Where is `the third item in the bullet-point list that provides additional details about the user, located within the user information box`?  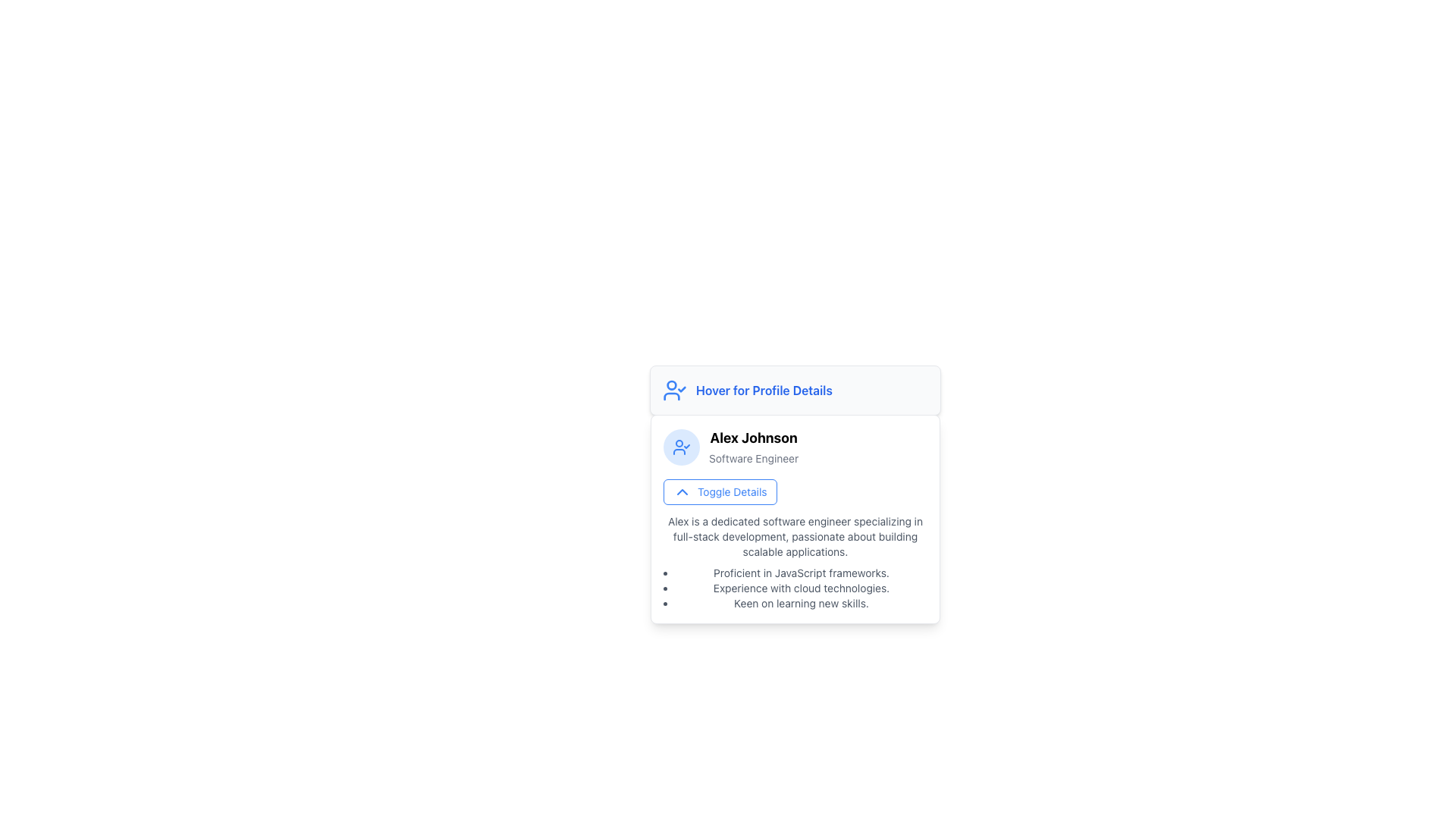 the third item in the bullet-point list that provides additional details about the user, located within the user information box is located at coordinates (800, 602).